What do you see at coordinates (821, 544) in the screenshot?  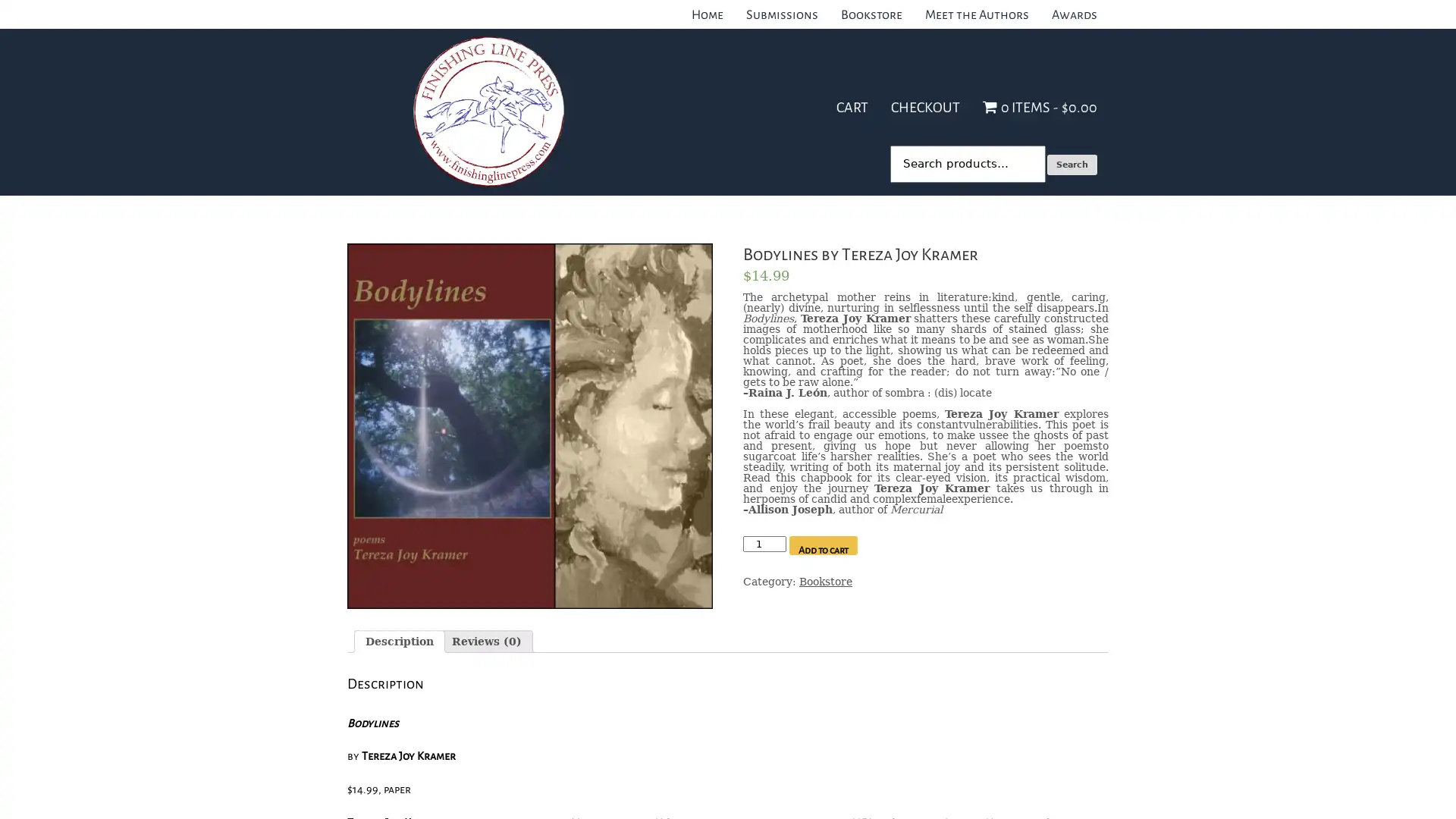 I see `Add to cart` at bounding box center [821, 544].